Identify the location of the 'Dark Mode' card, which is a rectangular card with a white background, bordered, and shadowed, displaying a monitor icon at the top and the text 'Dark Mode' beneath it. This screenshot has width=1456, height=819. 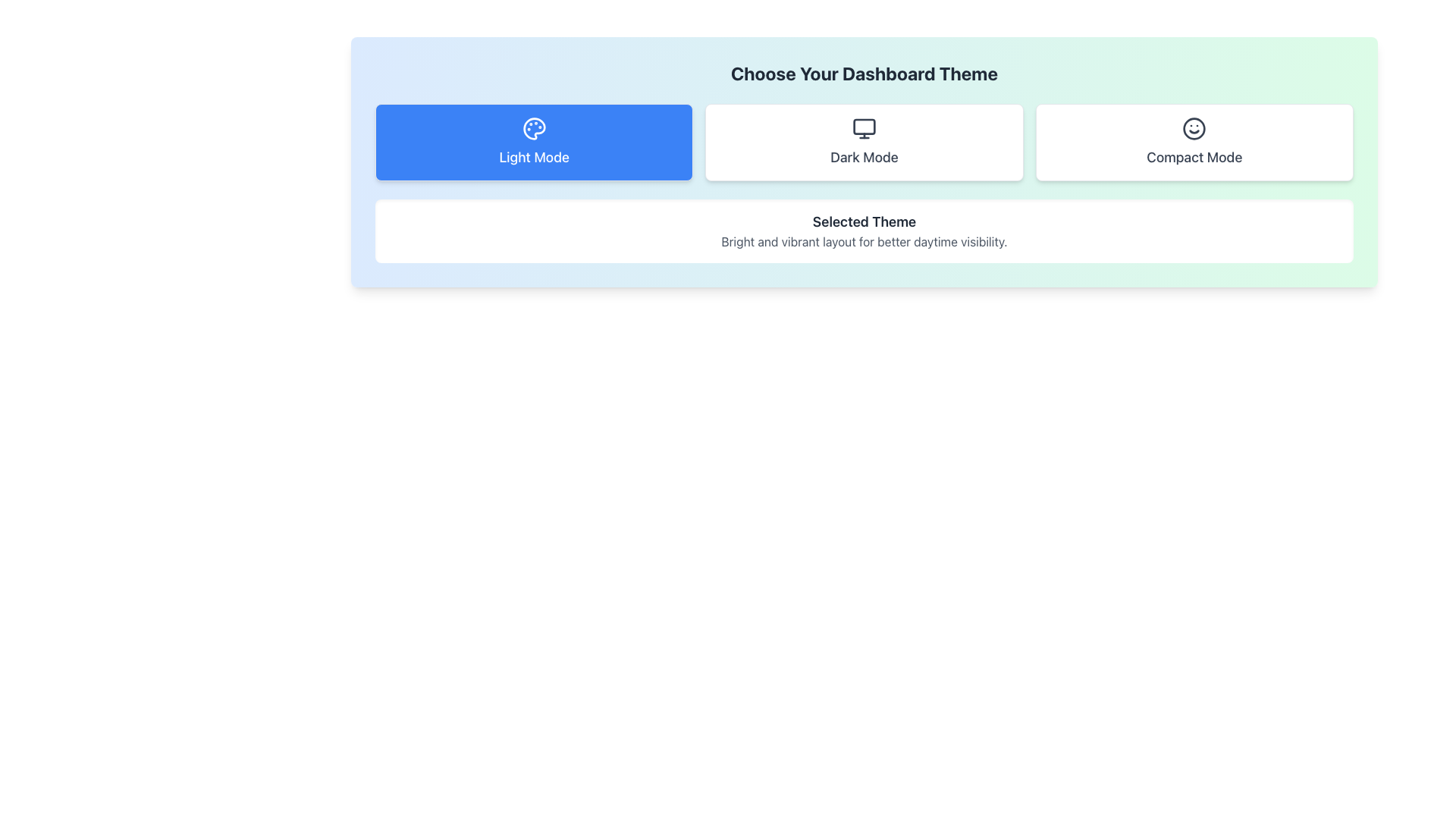
(864, 143).